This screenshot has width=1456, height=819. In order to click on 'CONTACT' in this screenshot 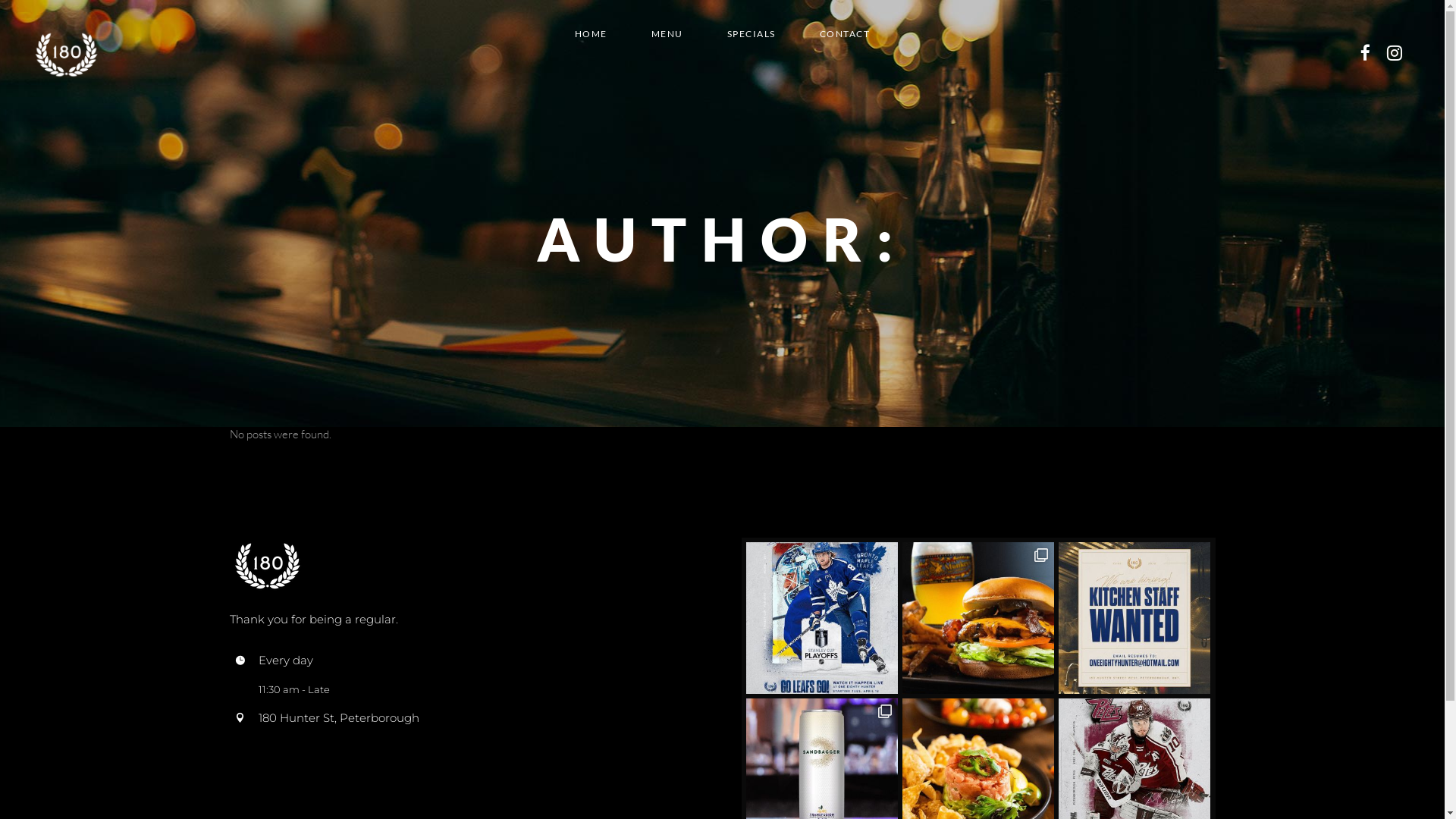, I will do `click(796, 33)`.